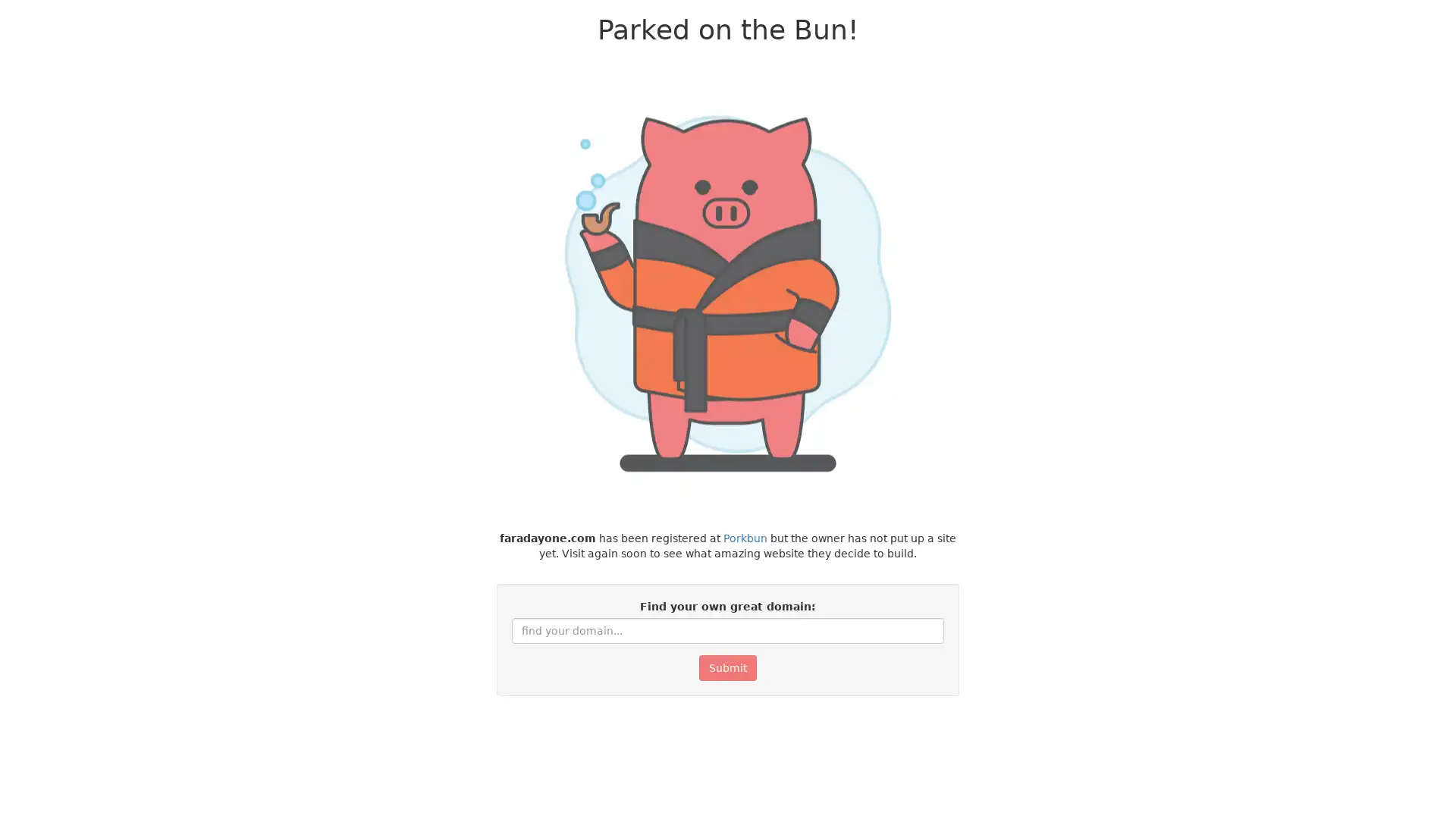 The height and width of the screenshot is (819, 1456). Describe the element at coordinates (726, 666) in the screenshot. I see `Submit` at that location.